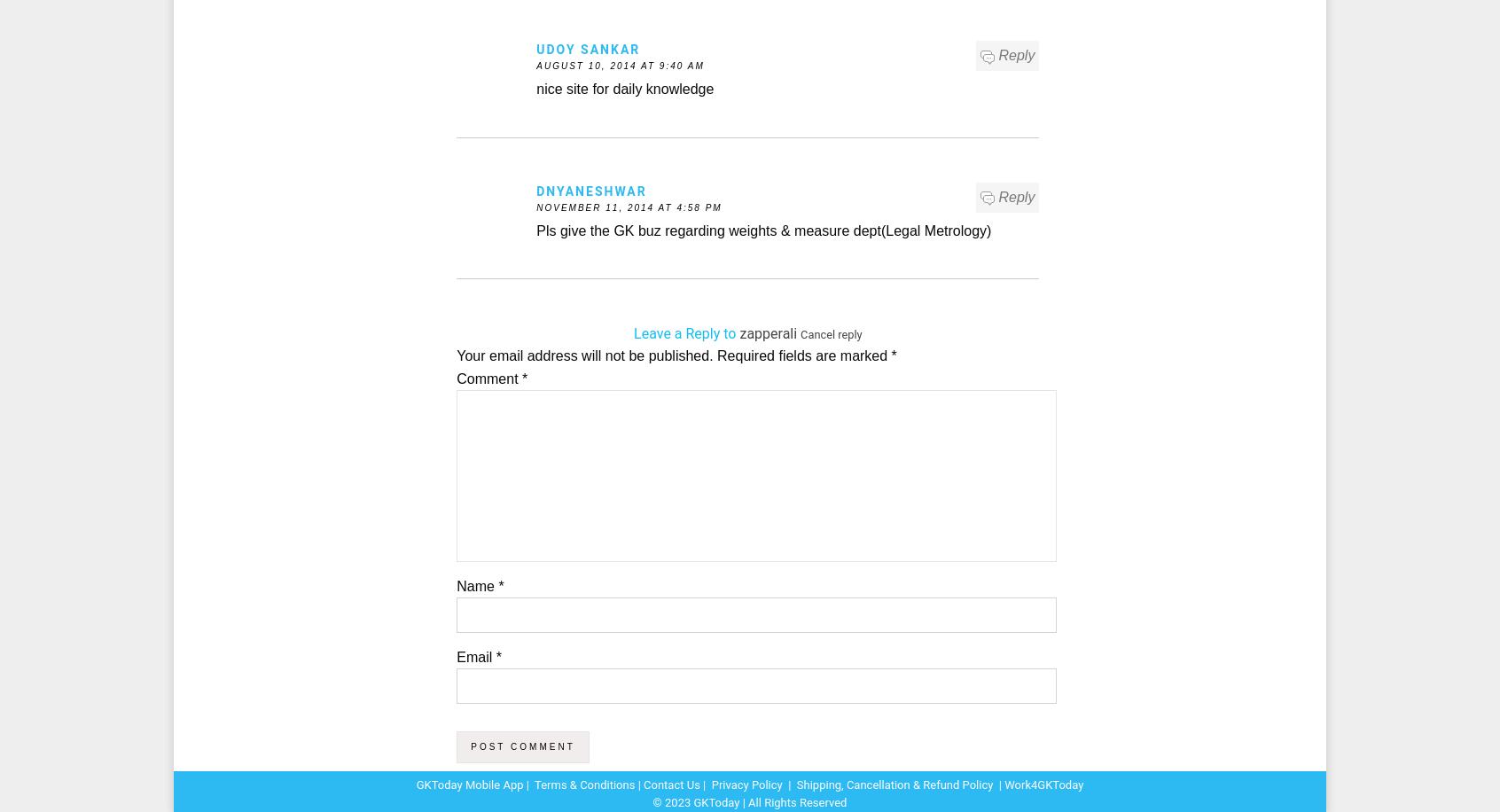 Image resolution: width=1500 pixels, height=812 pixels. What do you see at coordinates (583, 784) in the screenshot?
I see `'Terms & Conditions'` at bounding box center [583, 784].